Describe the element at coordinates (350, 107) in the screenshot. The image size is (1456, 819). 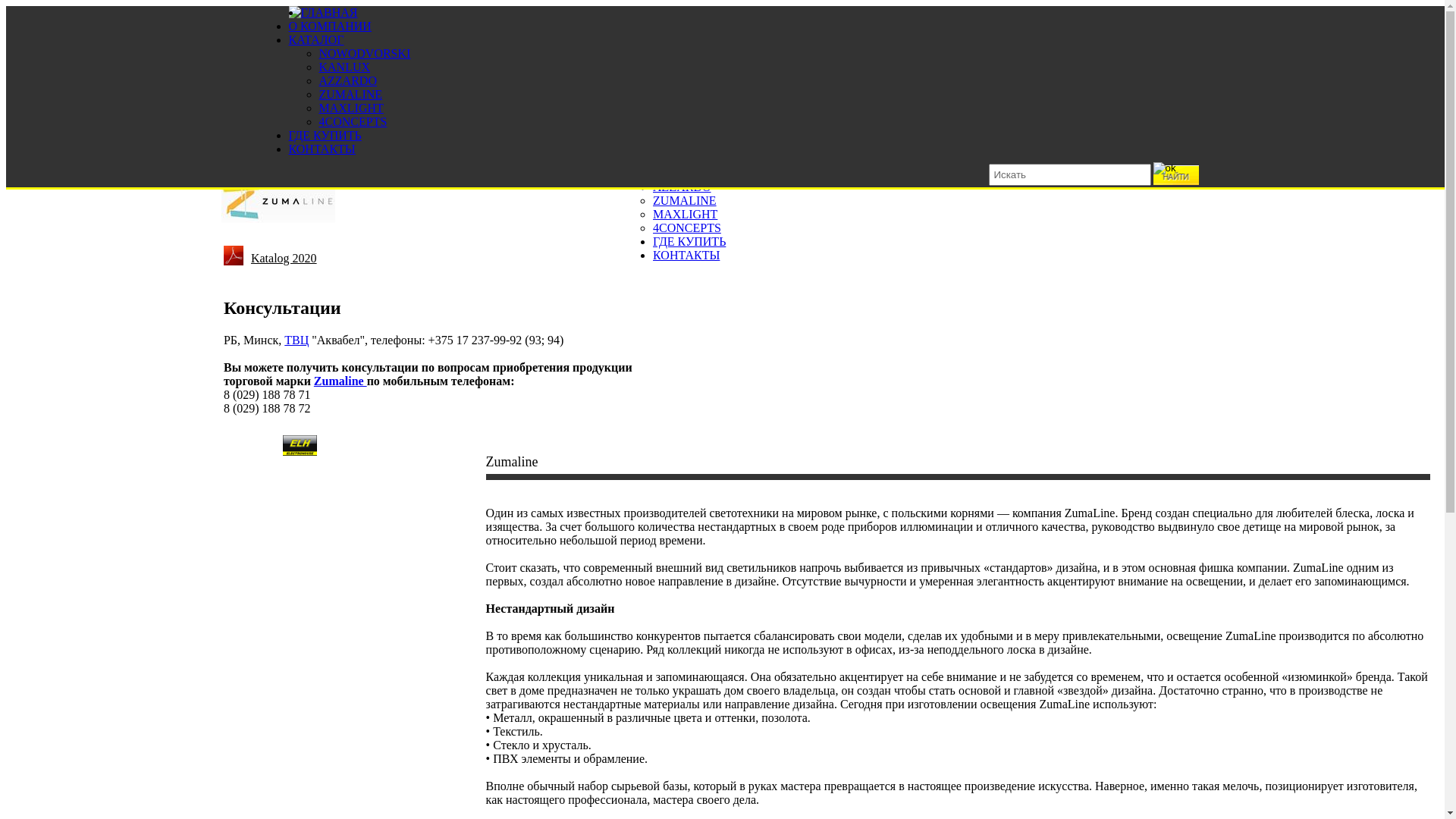
I see `'MAXLIGHT'` at that location.